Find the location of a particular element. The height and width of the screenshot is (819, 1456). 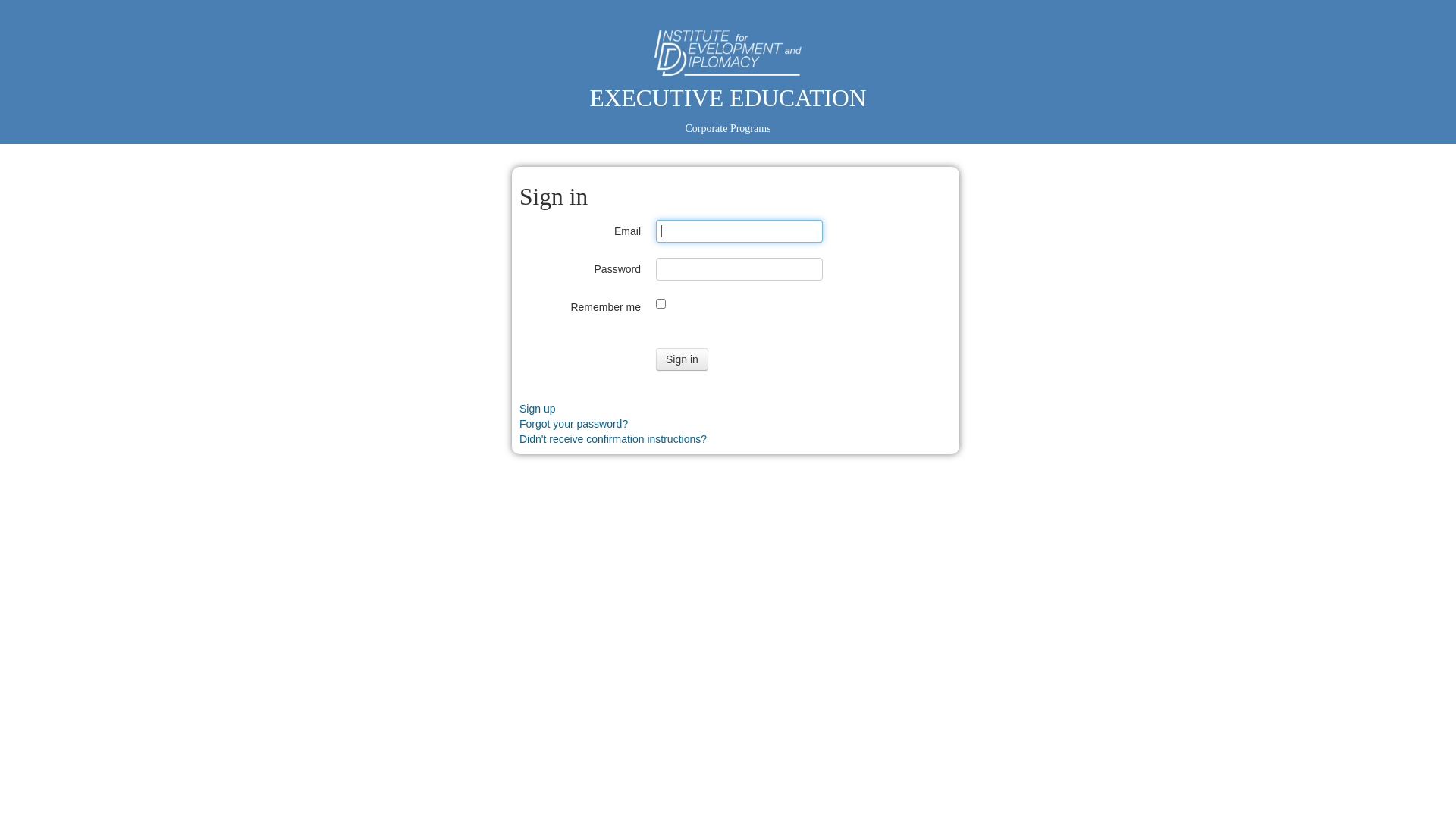

'Sign in' is located at coordinates (655, 359).